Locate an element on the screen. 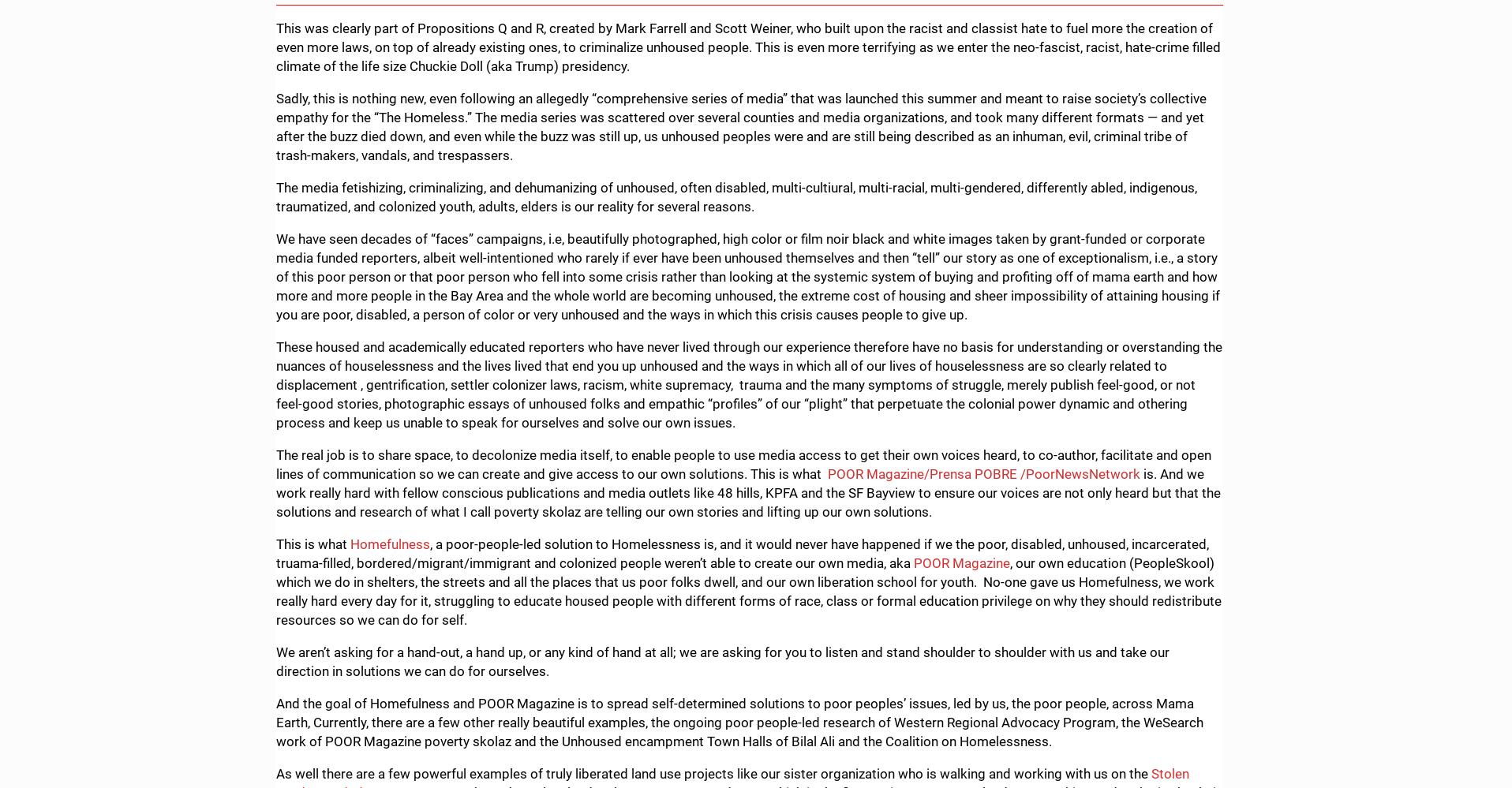  'Homefulness' is located at coordinates (389, 543).